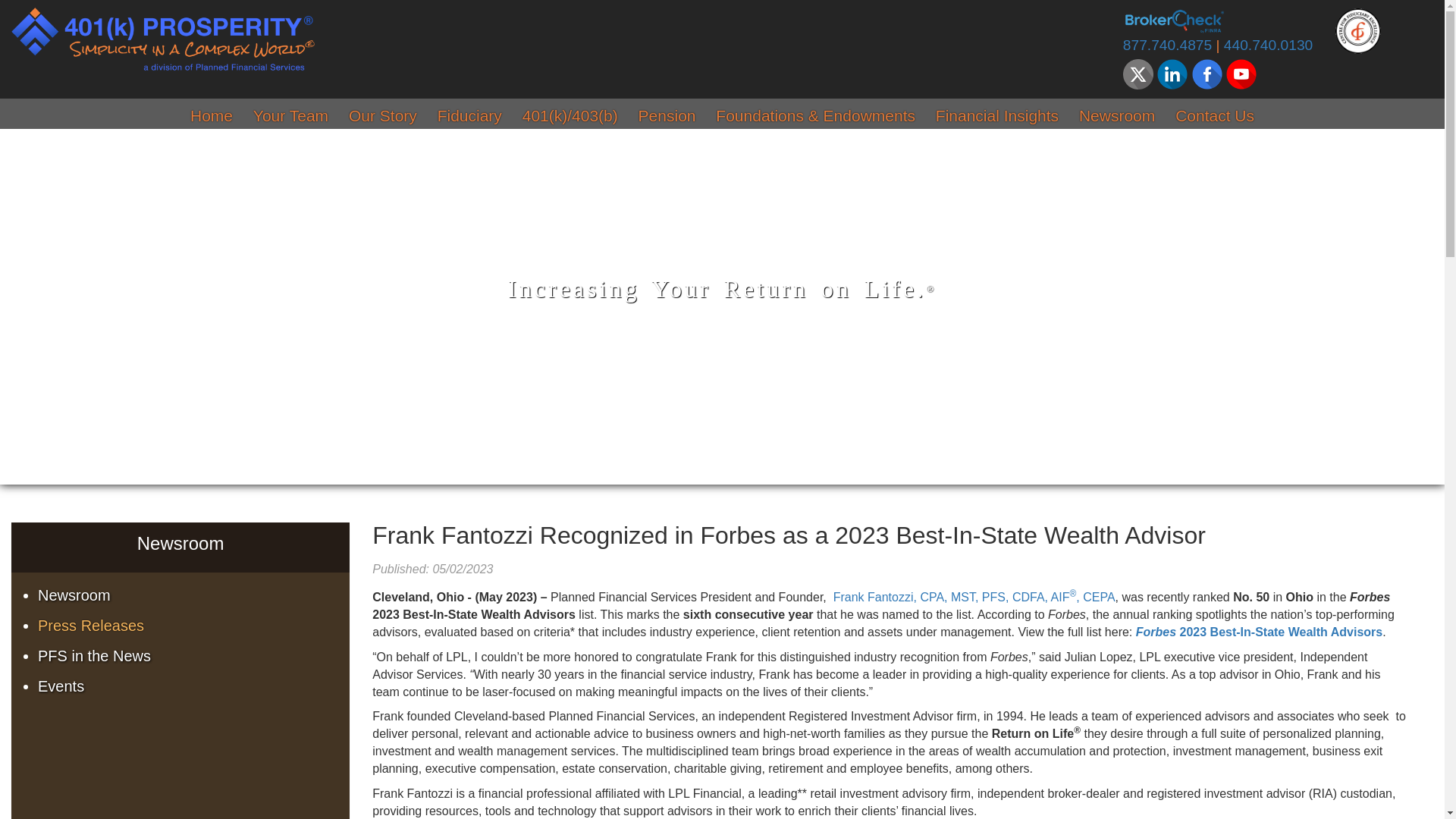  I want to click on 'Financial Insights', so click(997, 117).